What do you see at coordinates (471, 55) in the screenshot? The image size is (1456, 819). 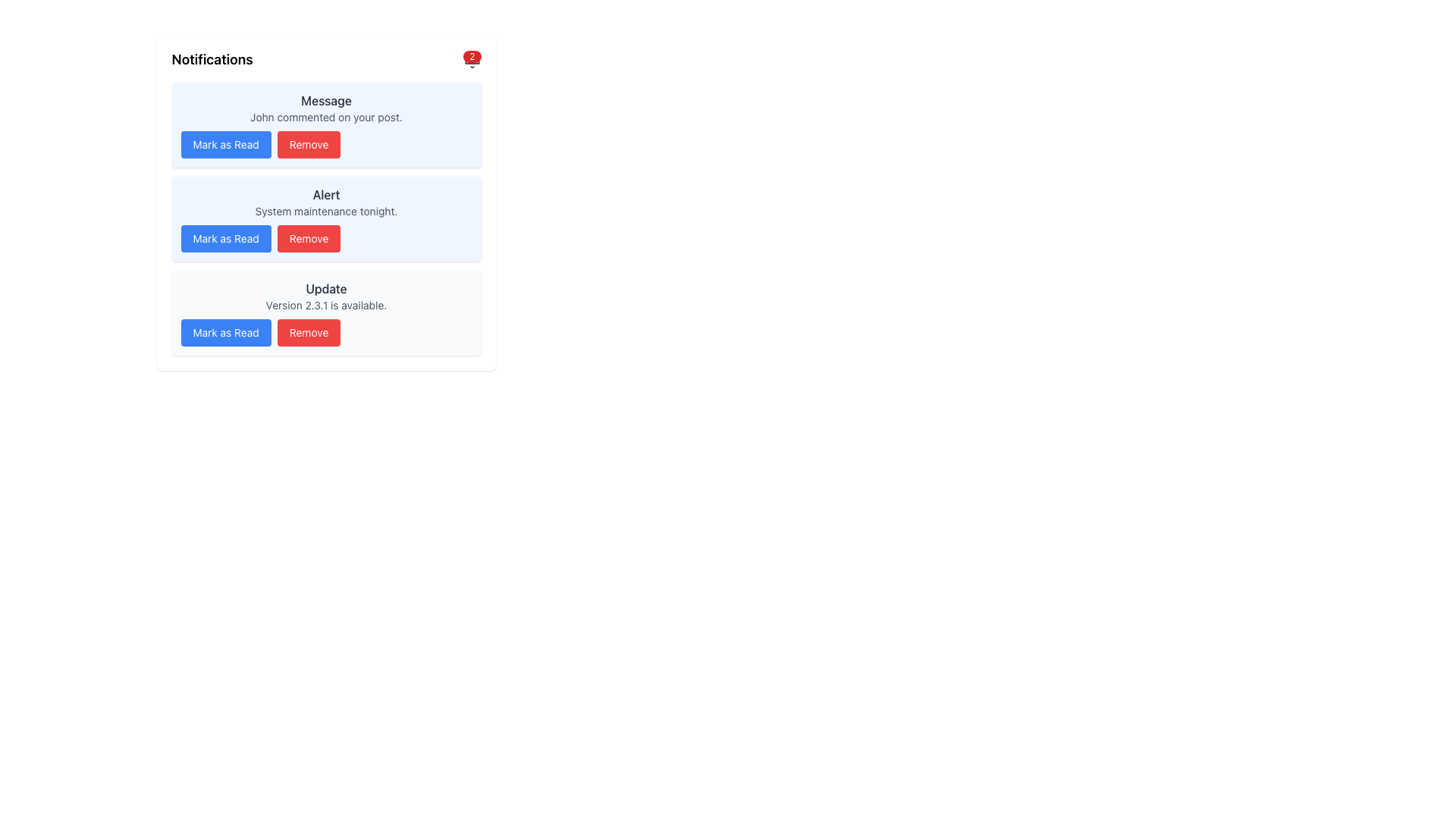 I see `the count displayed in the small, circular badge with a red background and white text showing '2', located at the top-right corner of the notification icon` at bounding box center [471, 55].